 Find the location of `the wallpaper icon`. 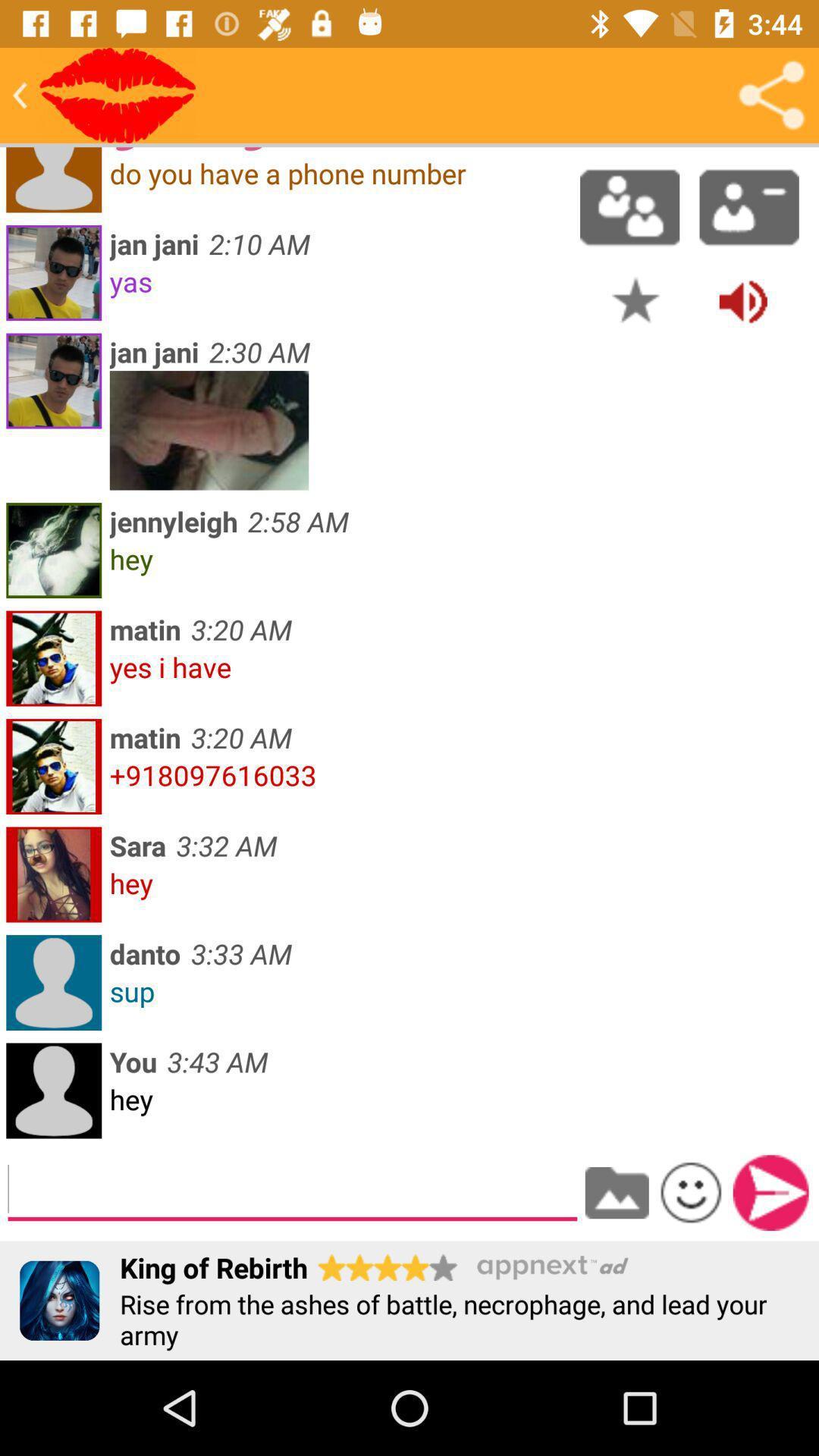

the wallpaper icon is located at coordinates (617, 1192).